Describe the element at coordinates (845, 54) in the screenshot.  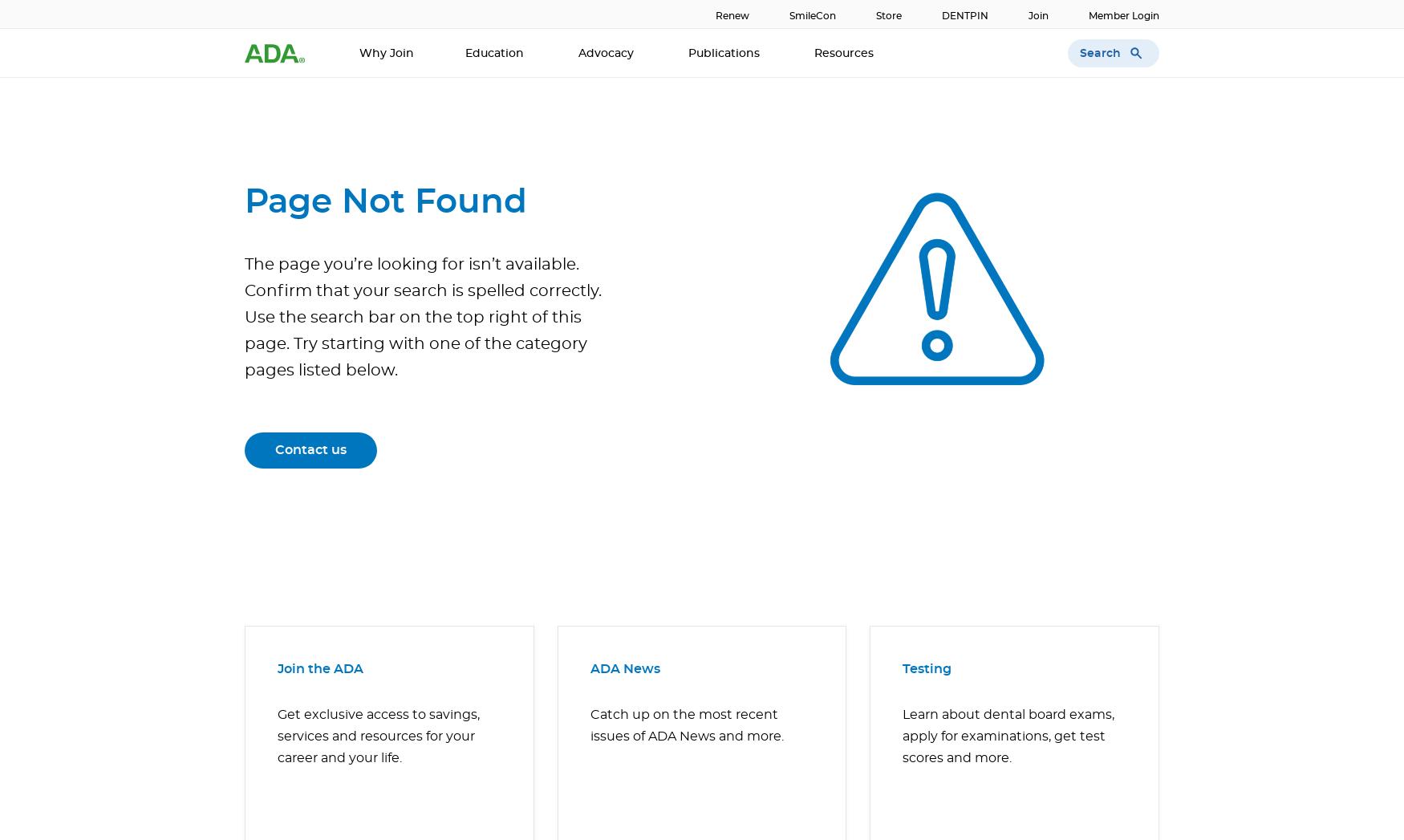
I see `'Resources'` at that location.